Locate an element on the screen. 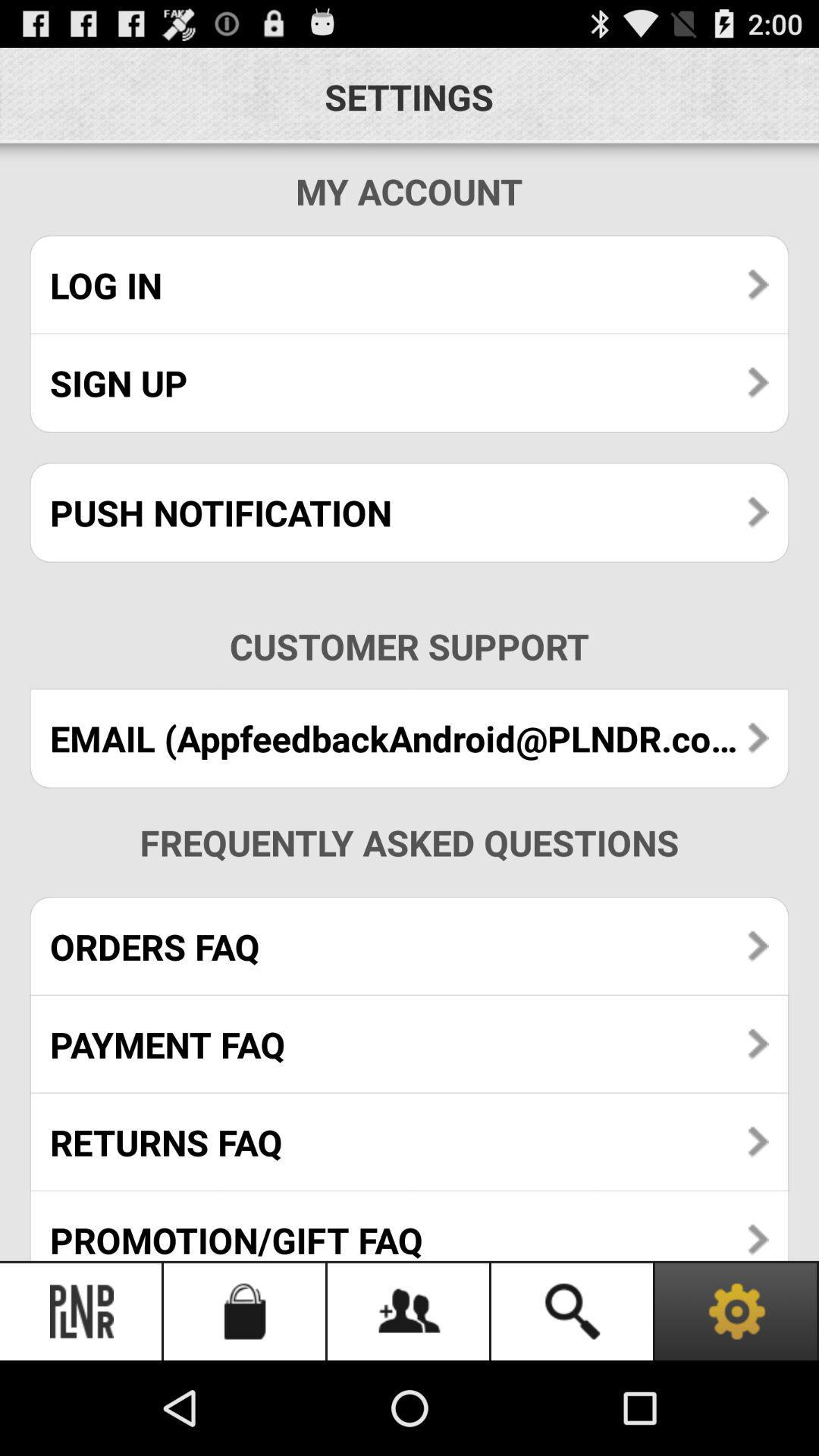 The image size is (819, 1456). the app above the push notification app is located at coordinates (409, 383).